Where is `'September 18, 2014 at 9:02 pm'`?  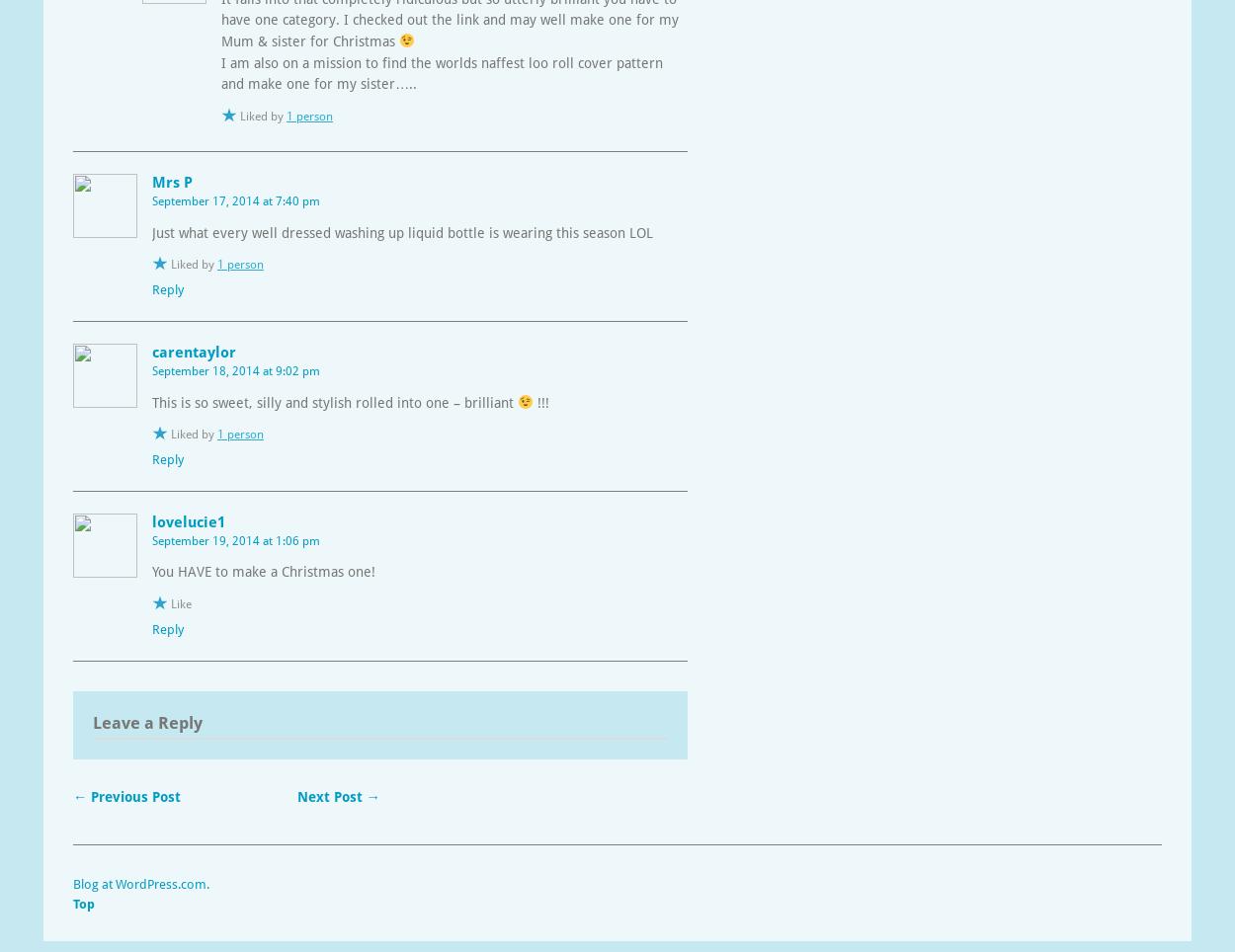 'September 18, 2014 at 9:02 pm' is located at coordinates (235, 370).